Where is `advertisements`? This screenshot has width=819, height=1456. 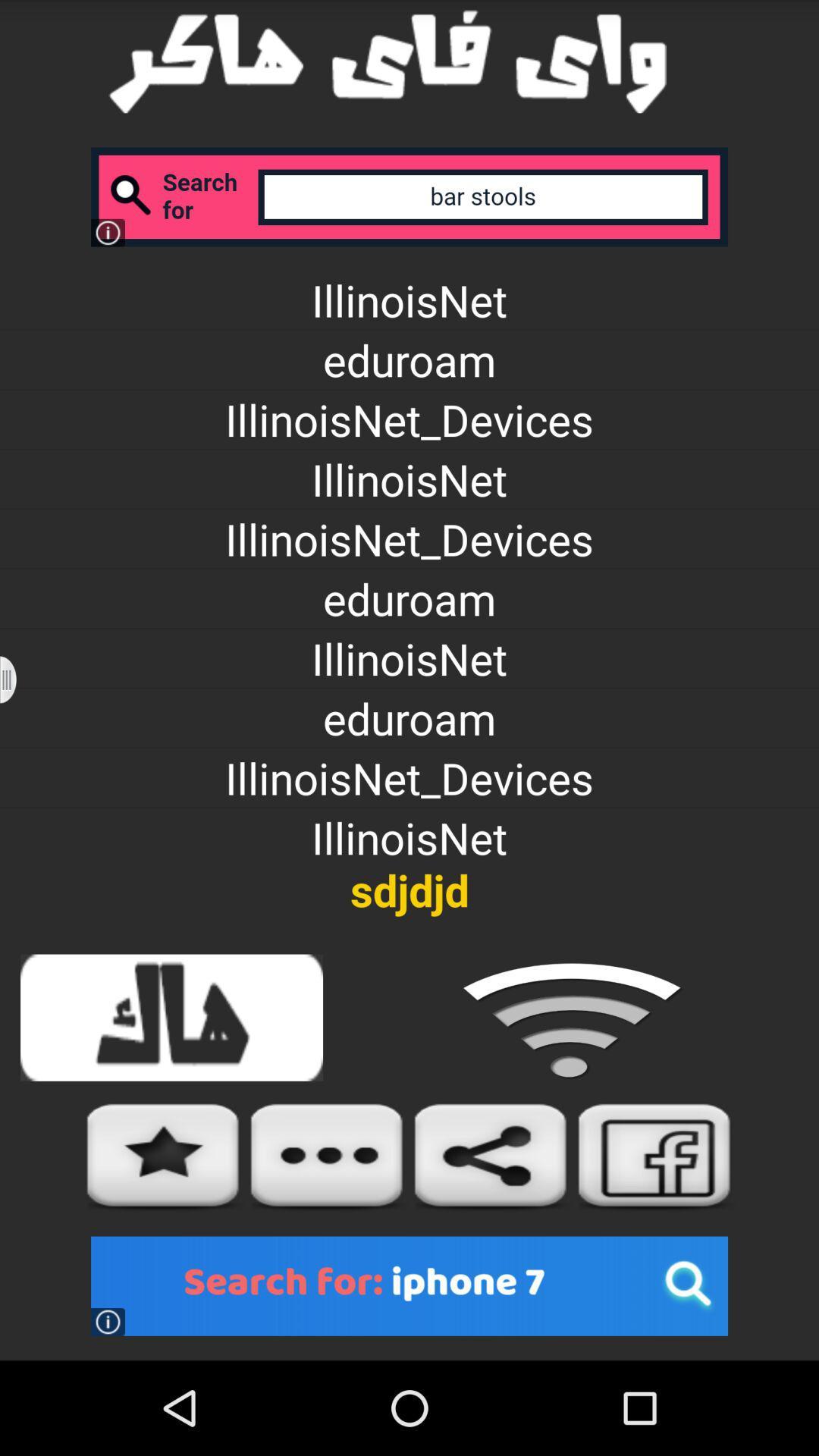
advertisements is located at coordinates (409, 1285).